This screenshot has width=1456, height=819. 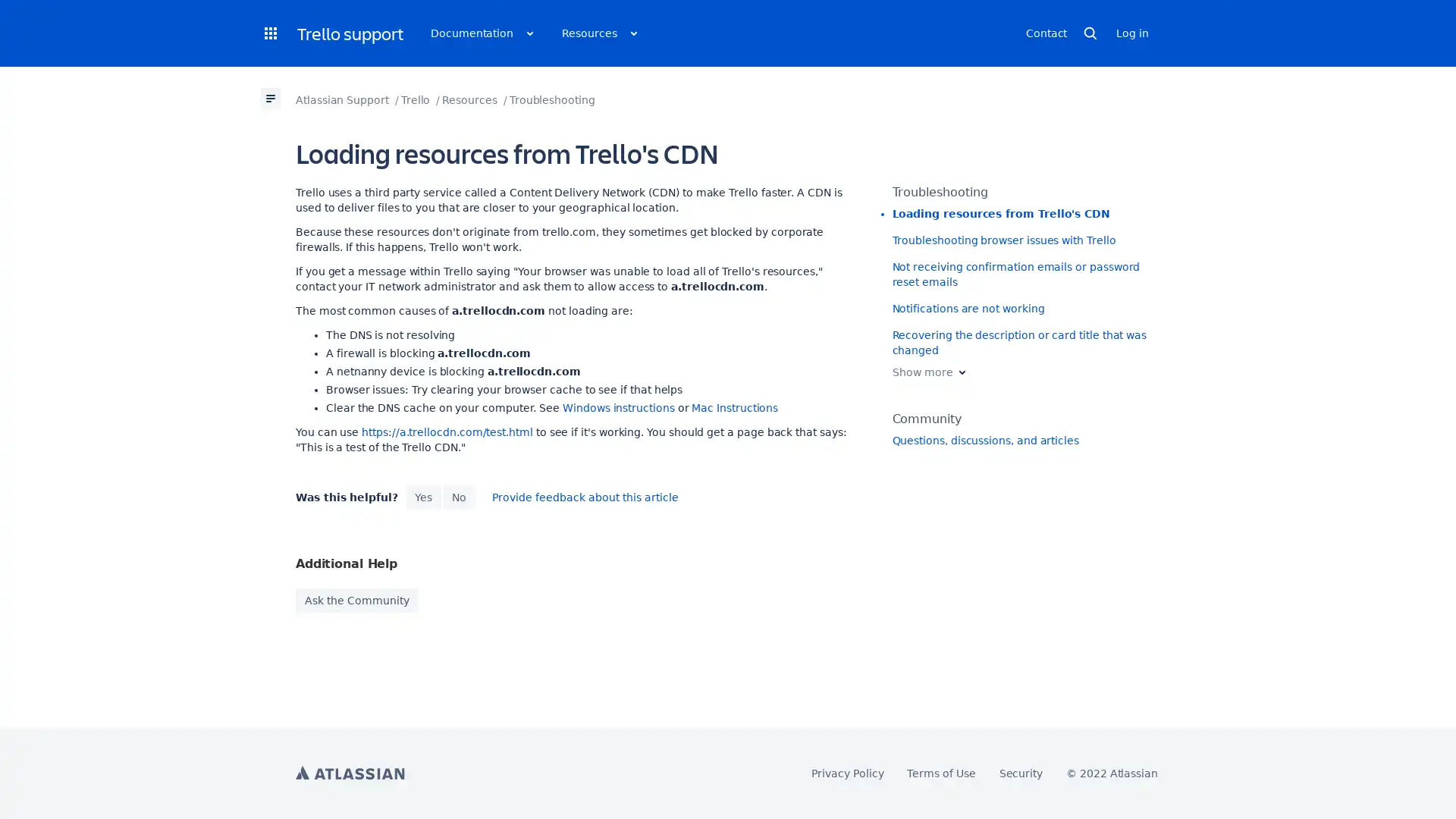 I want to click on Yes, so click(x=422, y=497).